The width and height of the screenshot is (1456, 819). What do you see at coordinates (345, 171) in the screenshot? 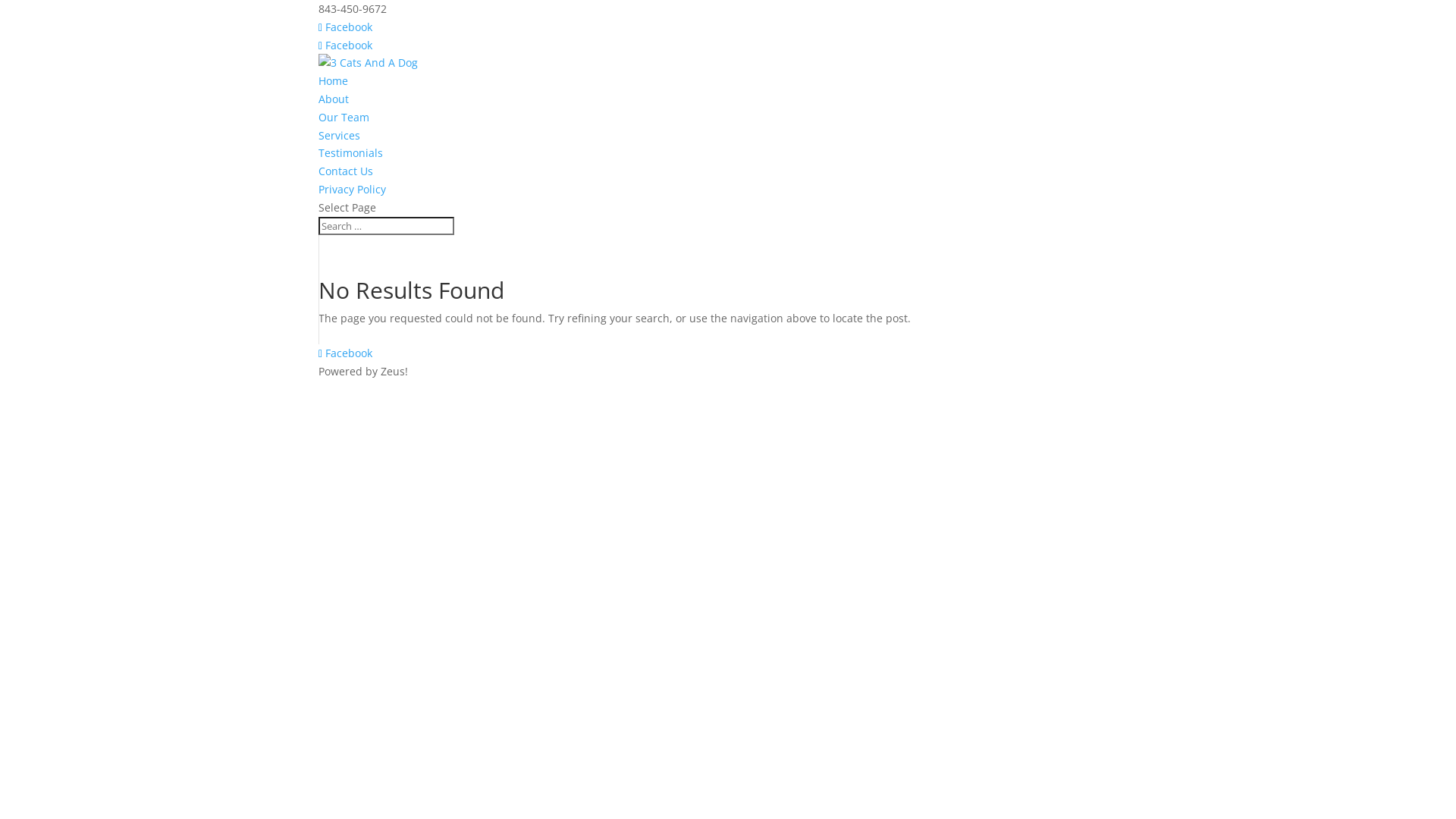
I see `'Contact Us'` at bounding box center [345, 171].